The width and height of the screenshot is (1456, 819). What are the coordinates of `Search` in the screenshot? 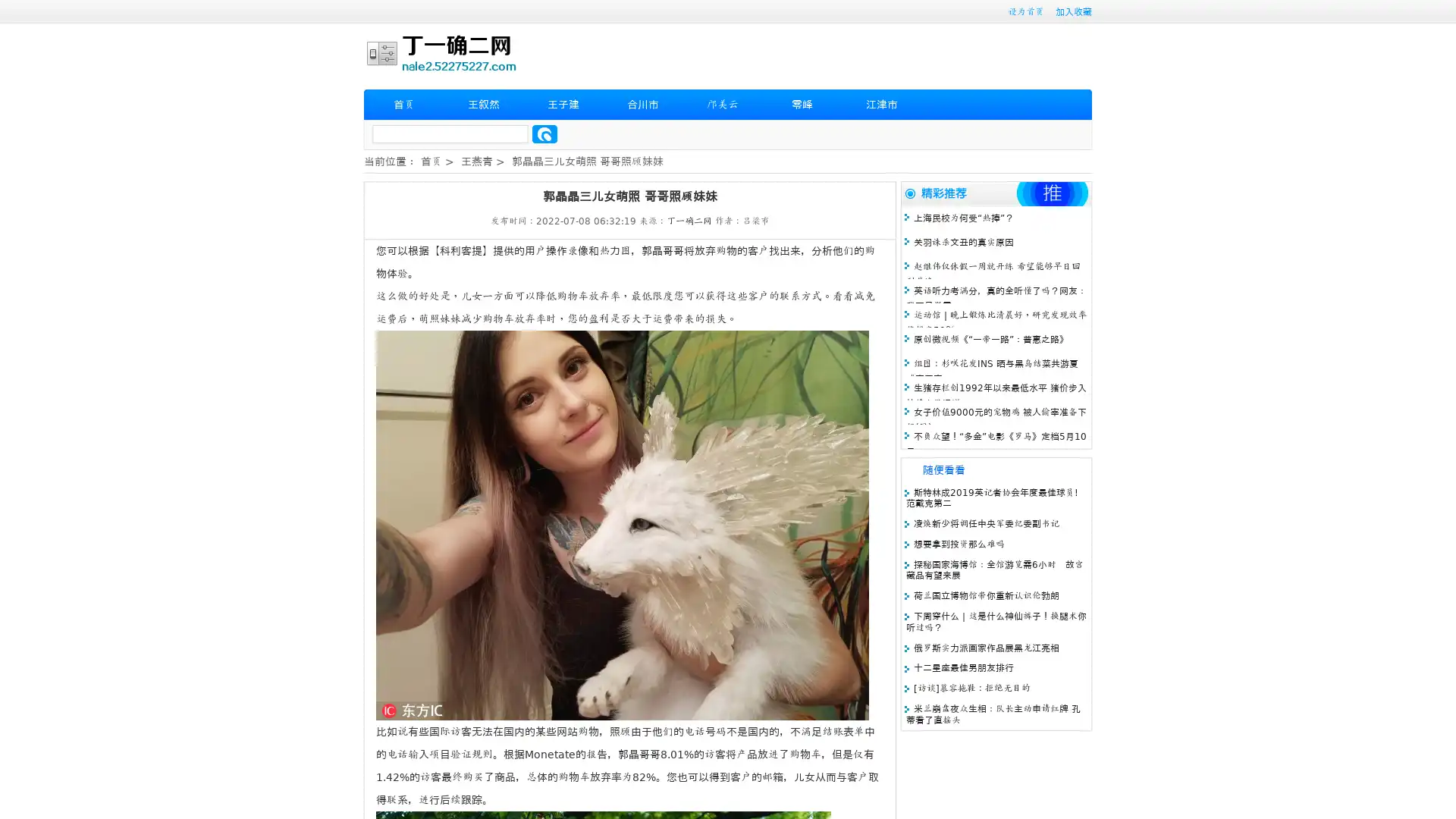 It's located at (544, 133).